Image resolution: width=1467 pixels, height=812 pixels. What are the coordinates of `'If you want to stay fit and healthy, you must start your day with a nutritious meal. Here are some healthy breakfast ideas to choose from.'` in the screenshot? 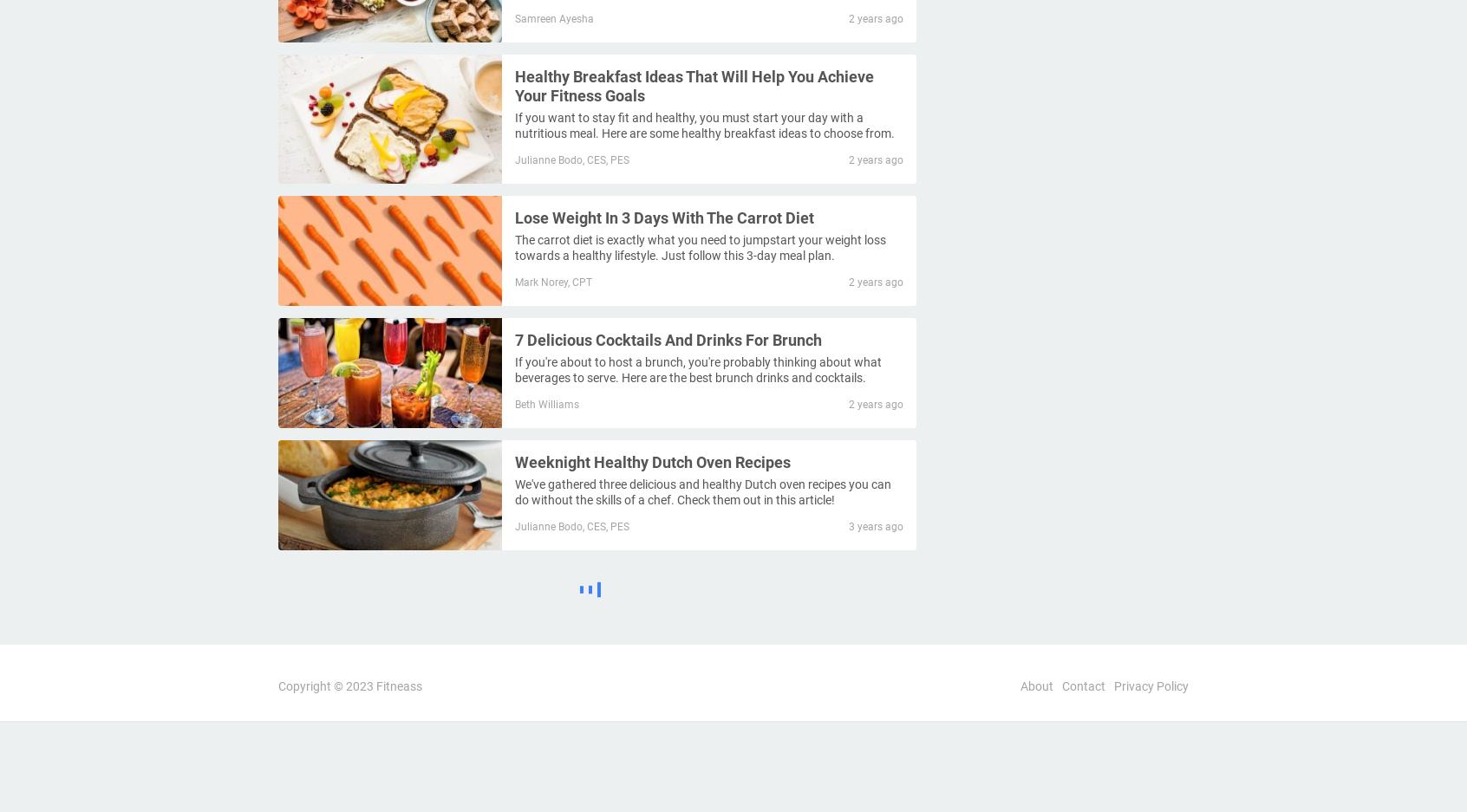 It's located at (513, 125).